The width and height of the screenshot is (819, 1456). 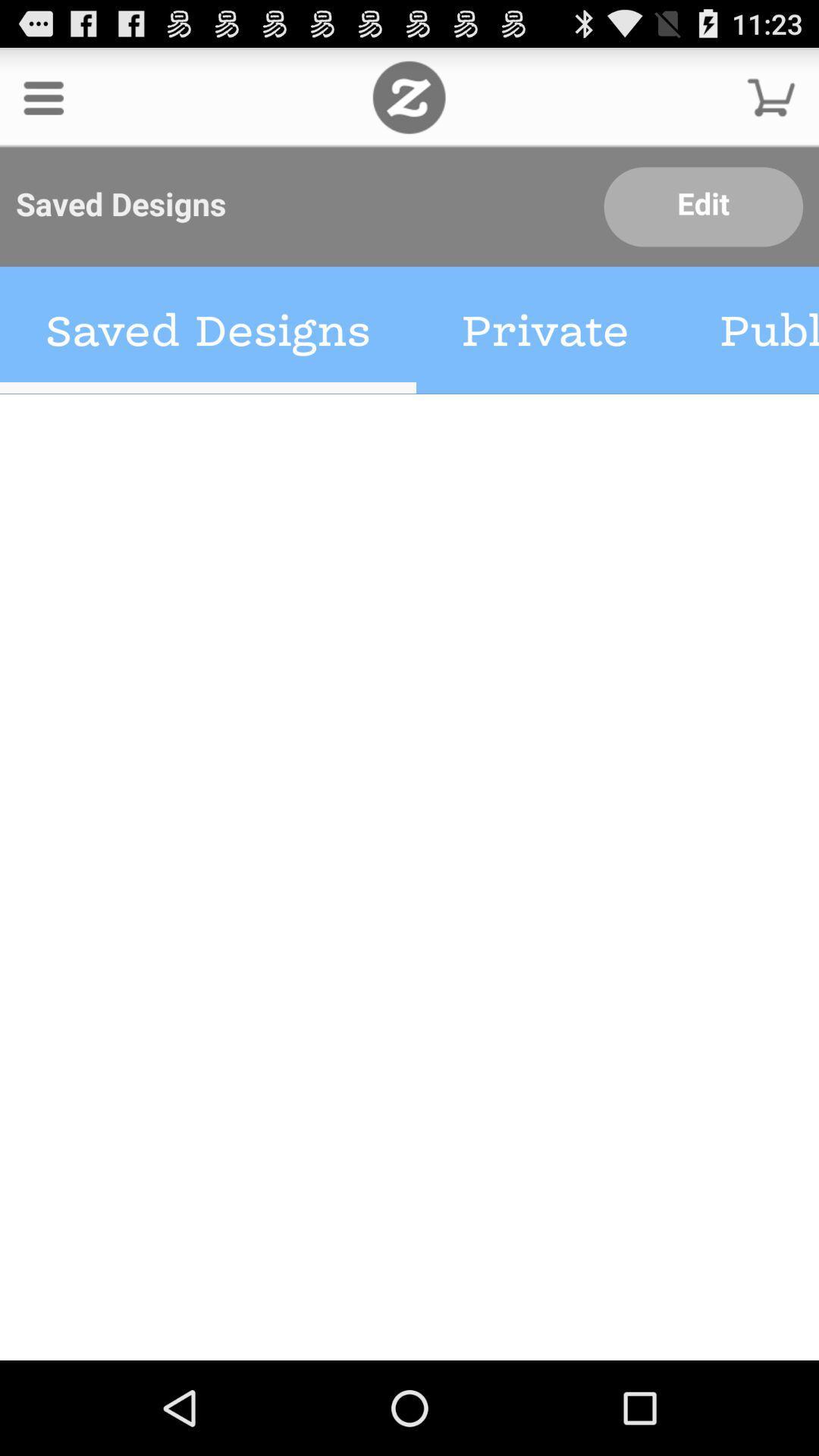 I want to click on the menu icon, so click(x=42, y=103).